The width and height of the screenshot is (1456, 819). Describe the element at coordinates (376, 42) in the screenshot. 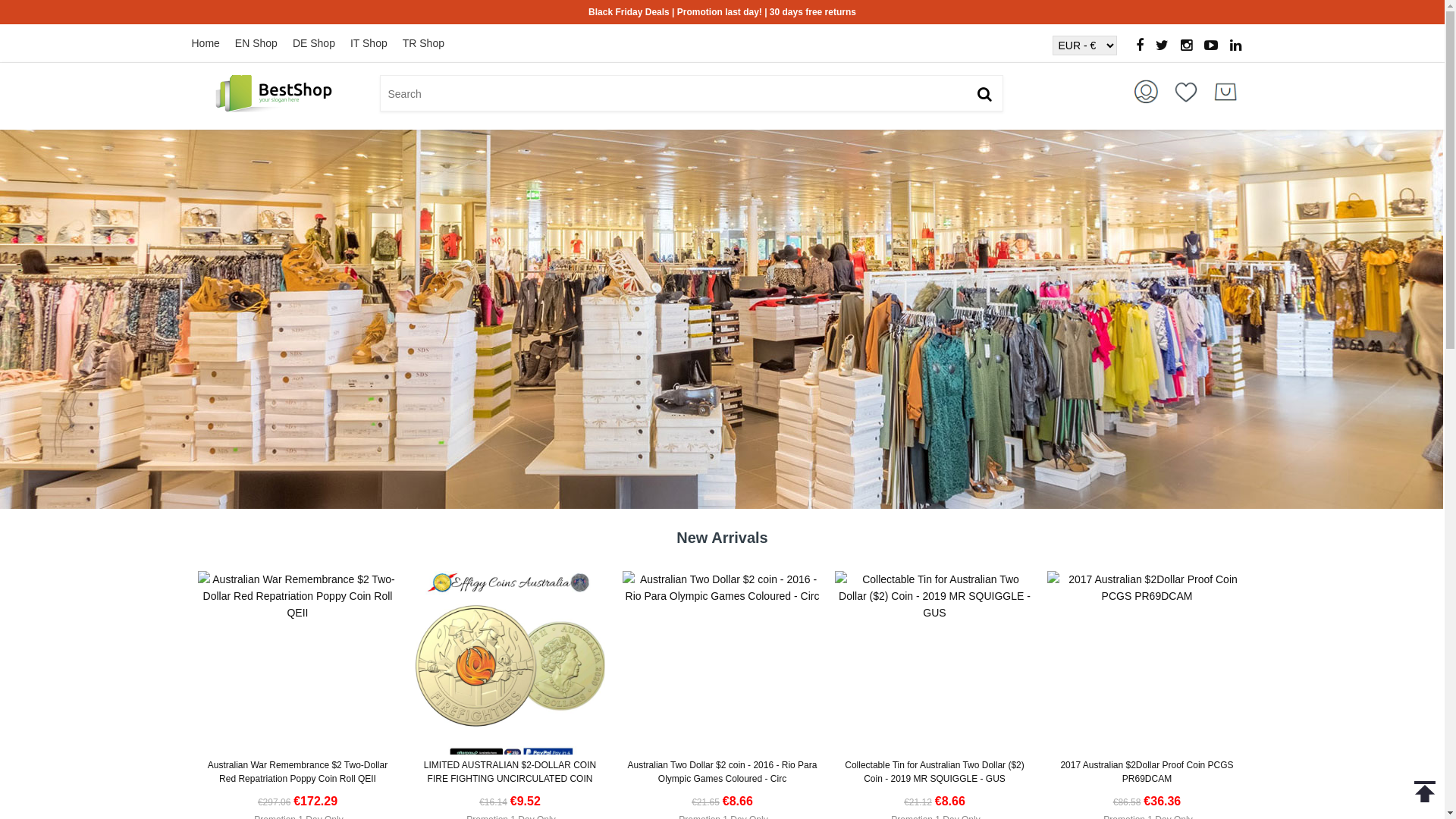

I see `'IT Shop'` at that location.